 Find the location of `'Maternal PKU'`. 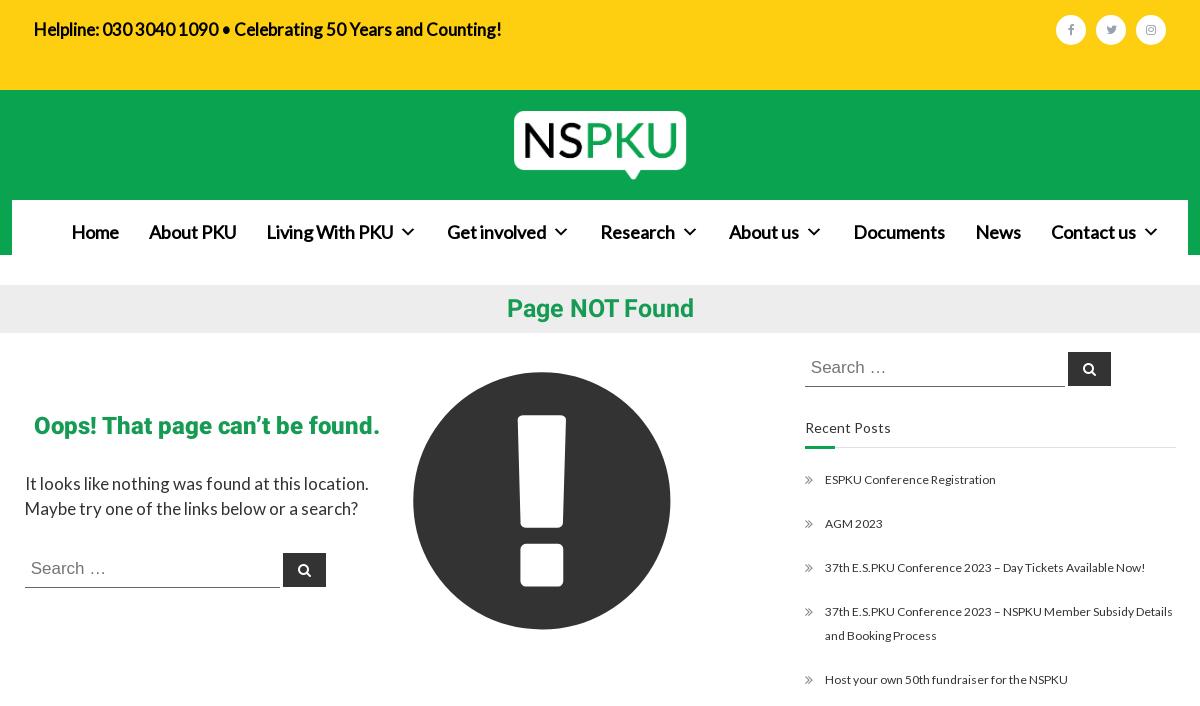

'Maternal PKU' is located at coordinates (623, 476).